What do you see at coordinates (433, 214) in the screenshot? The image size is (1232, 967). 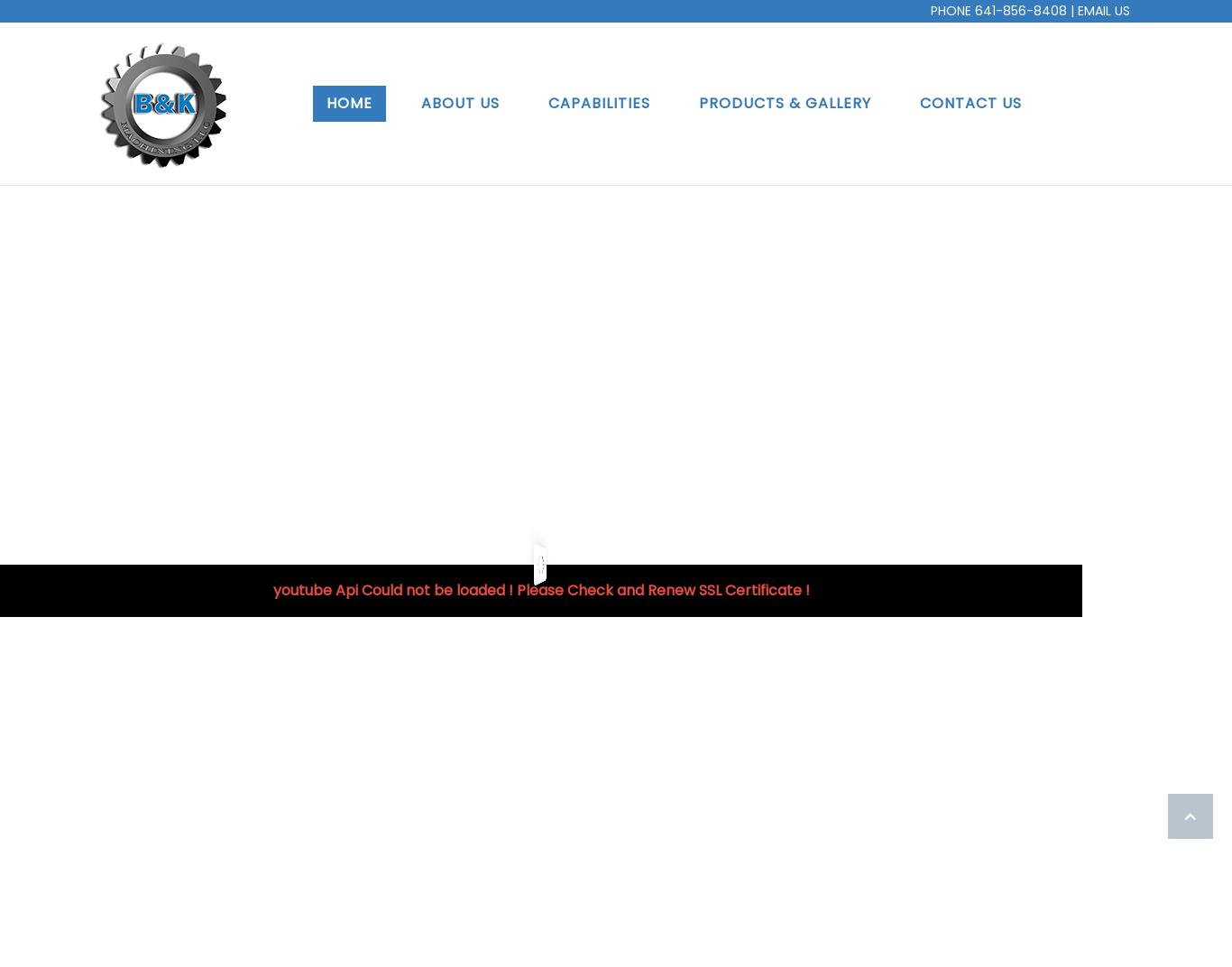 I see `'Mission'` at bounding box center [433, 214].